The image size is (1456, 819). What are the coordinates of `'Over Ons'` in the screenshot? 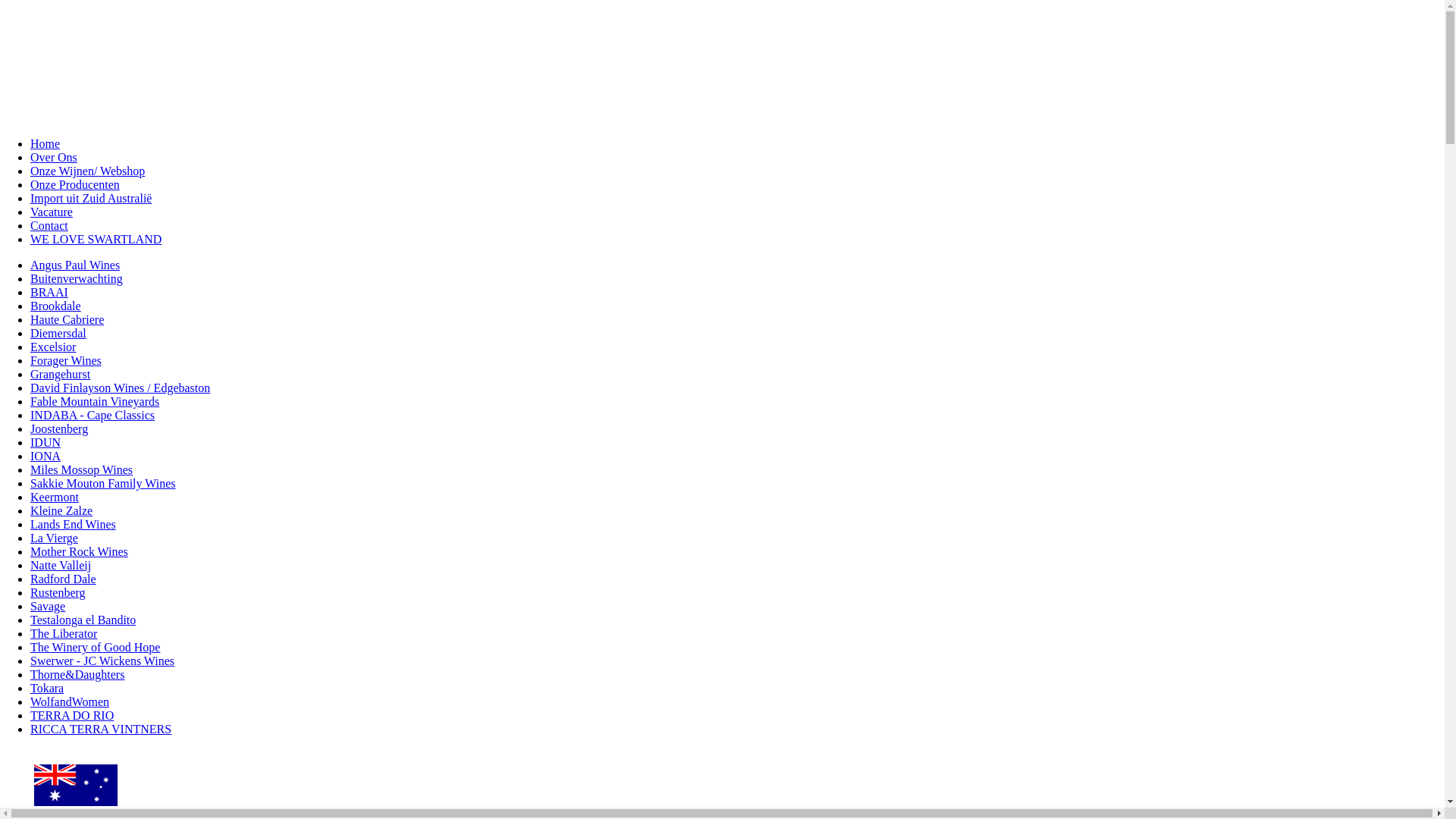 It's located at (54, 157).